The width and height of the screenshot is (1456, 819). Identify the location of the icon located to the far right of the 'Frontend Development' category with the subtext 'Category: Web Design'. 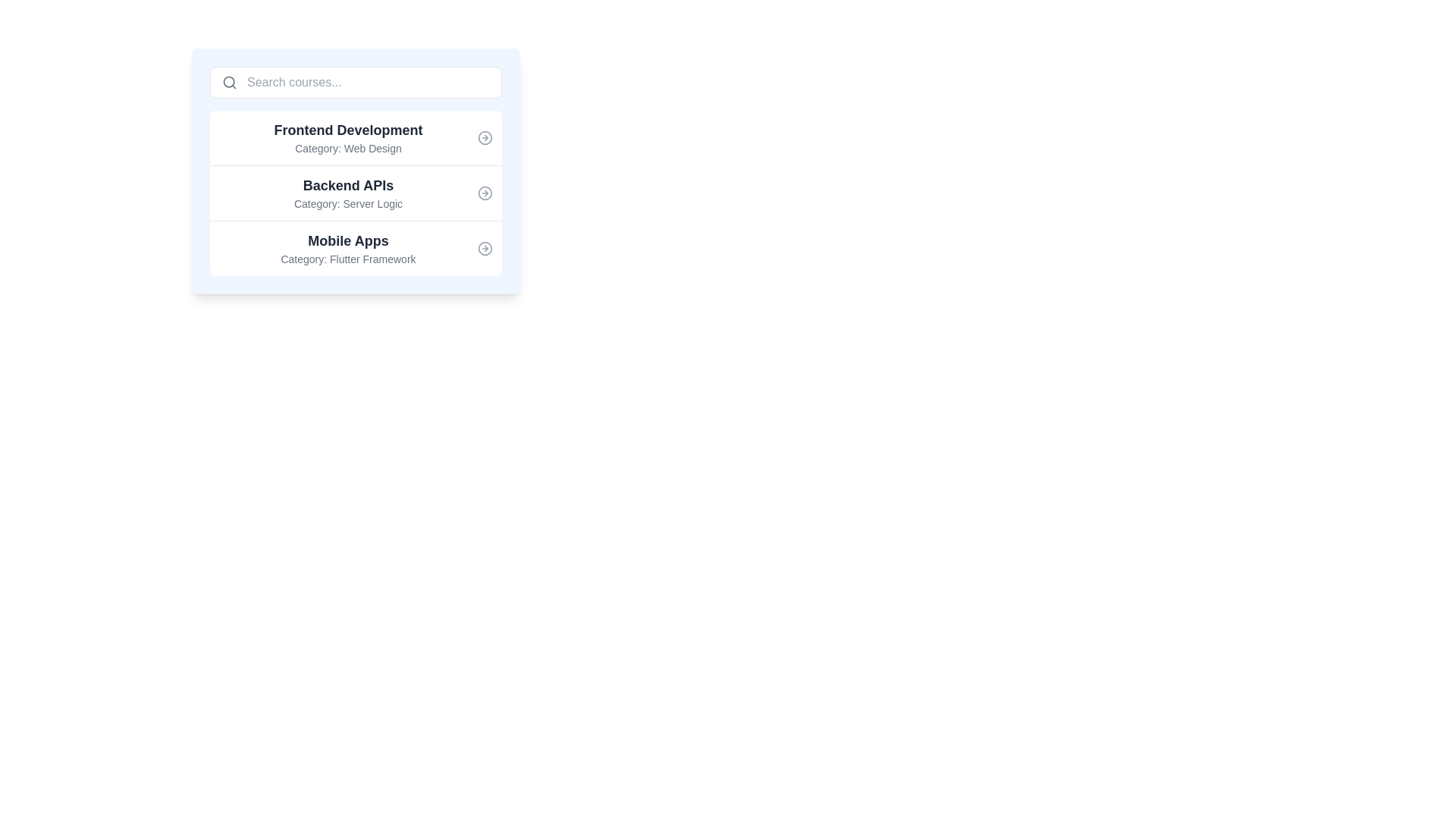
(484, 137).